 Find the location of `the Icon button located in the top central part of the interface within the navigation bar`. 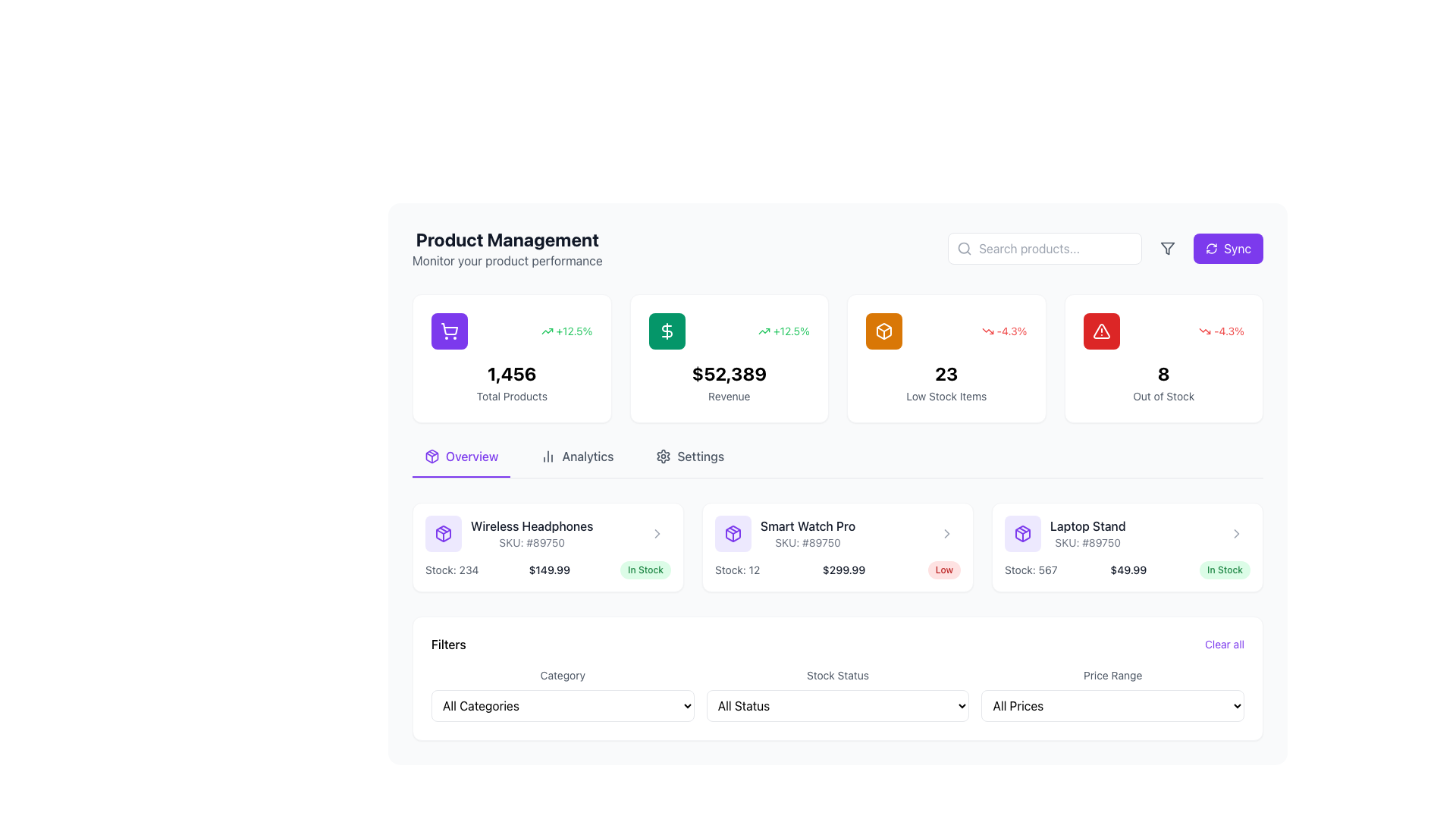

the Icon button located in the top central part of the interface within the navigation bar is located at coordinates (664, 455).